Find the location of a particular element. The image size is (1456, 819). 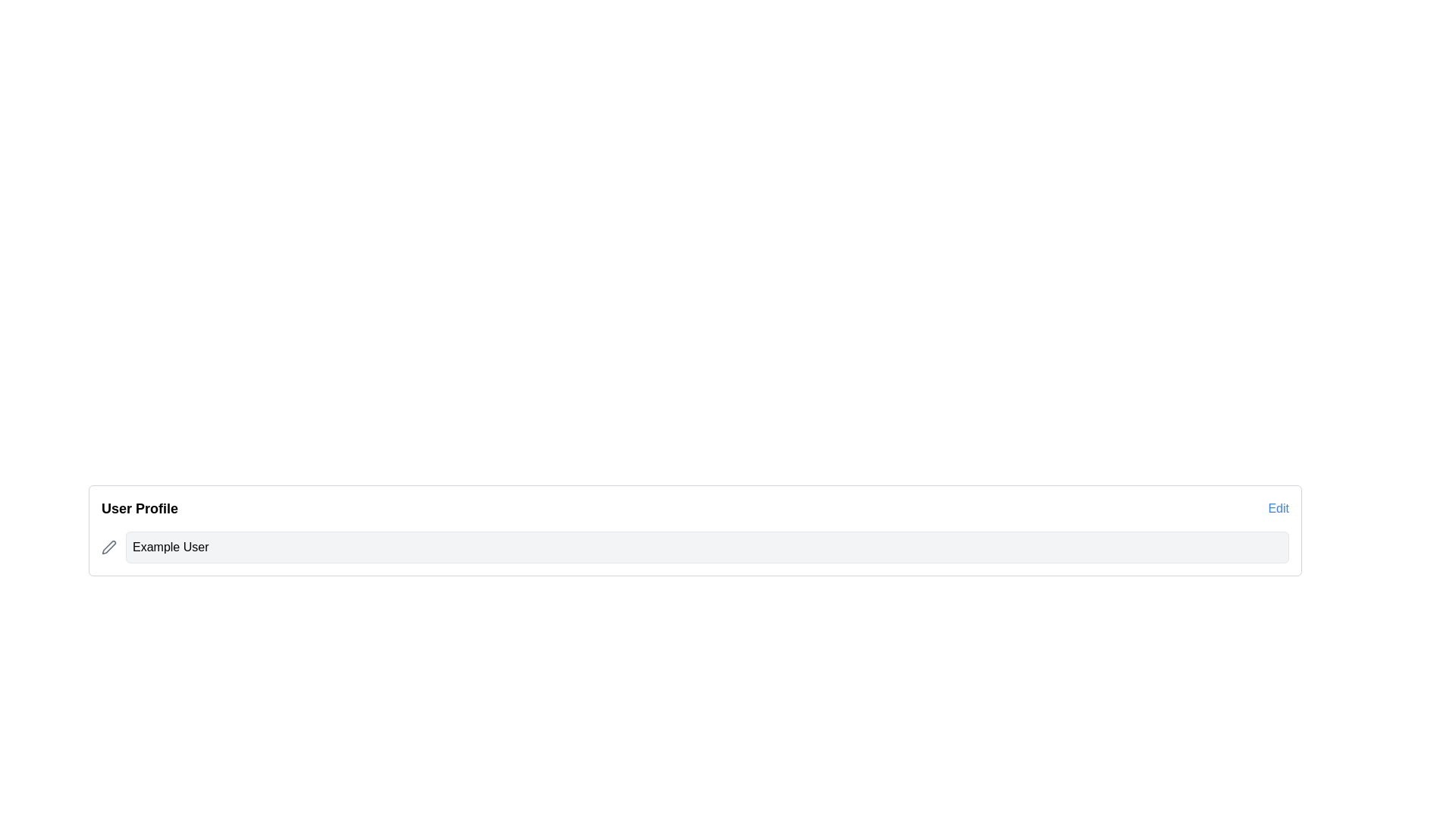

the pen icon located at the far left of the layout is located at coordinates (108, 547).